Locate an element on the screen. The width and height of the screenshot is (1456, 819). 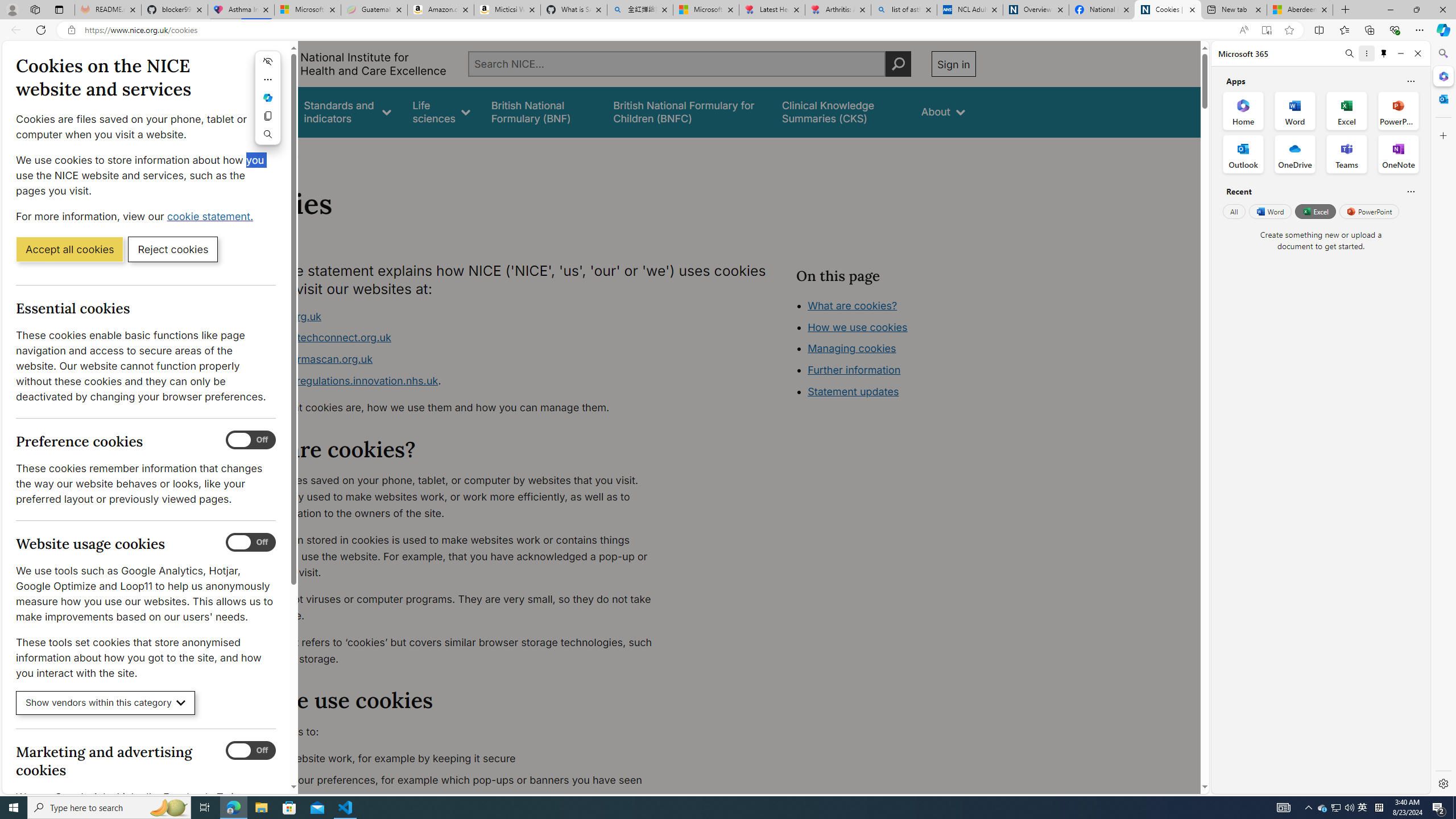
'PowerPoint Office App' is located at coordinates (1398, 111).